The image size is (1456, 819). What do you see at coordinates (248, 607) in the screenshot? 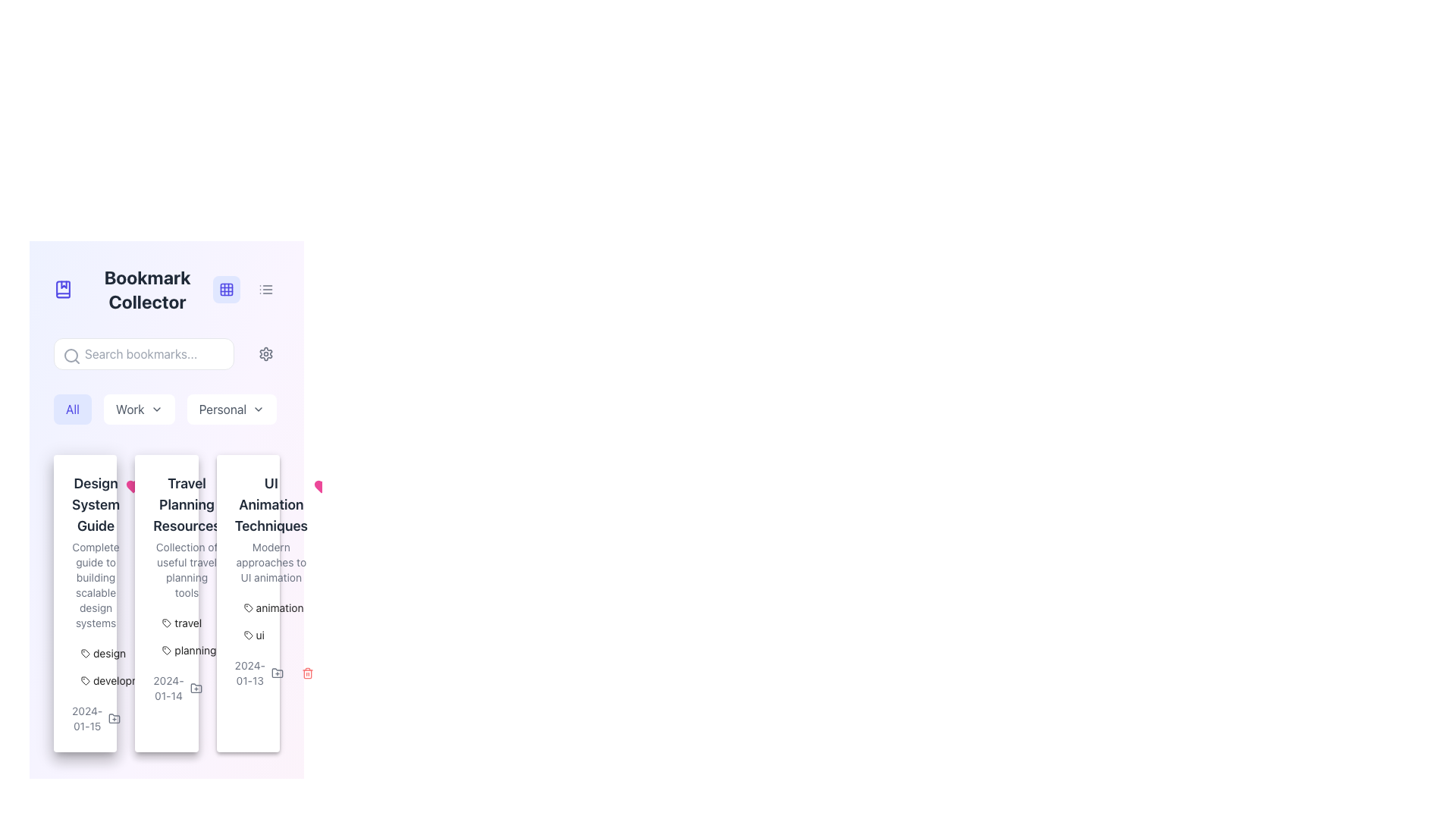
I see `the icon located to the left of the 'animation' text within the pill-shaped badge under the 'UI Animation Techniques' card` at bounding box center [248, 607].